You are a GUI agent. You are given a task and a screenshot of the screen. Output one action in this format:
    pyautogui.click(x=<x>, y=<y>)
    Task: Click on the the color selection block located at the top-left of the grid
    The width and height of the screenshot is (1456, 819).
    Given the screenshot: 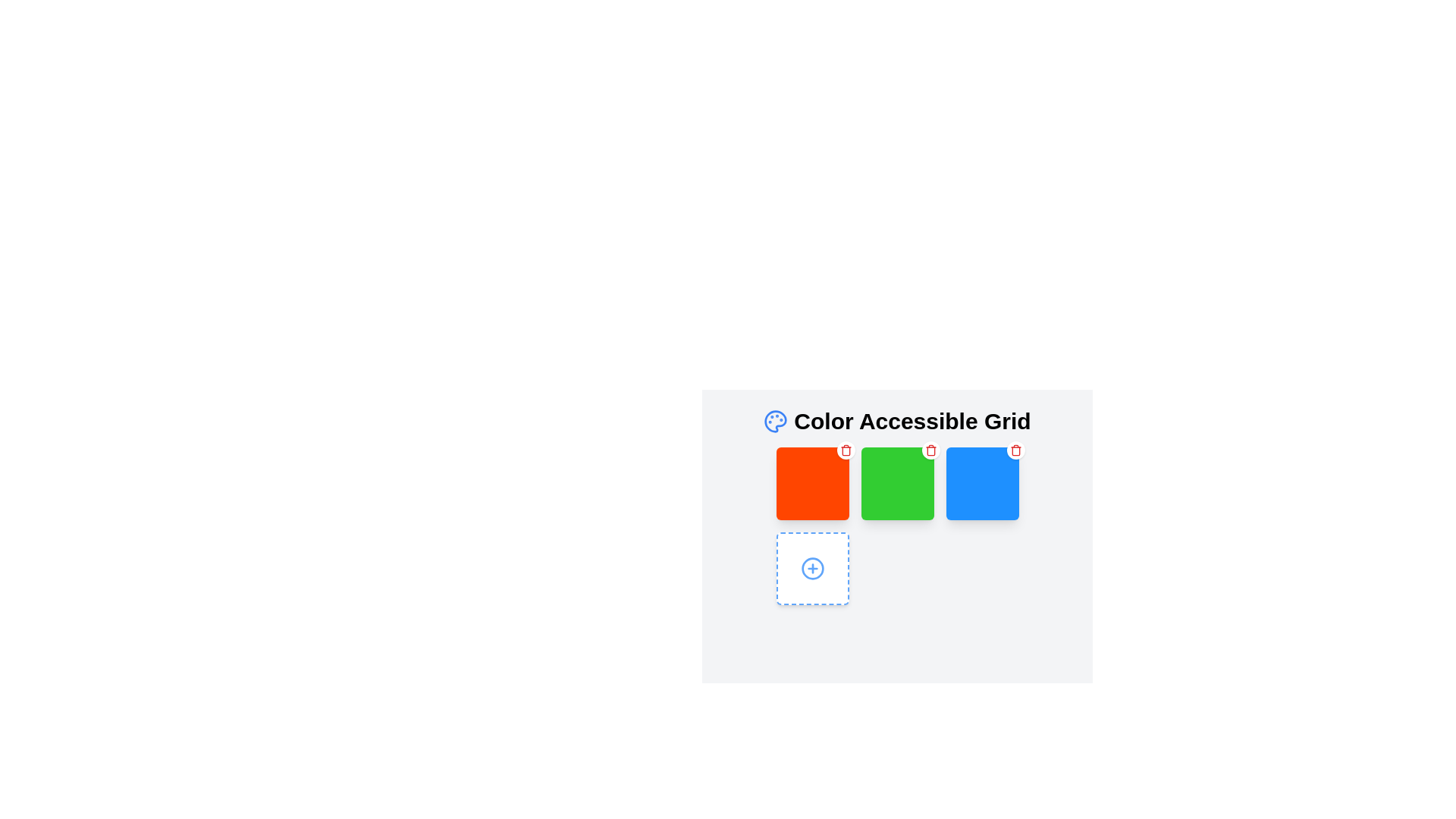 What is the action you would take?
    pyautogui.click(x=811, y=483)
    